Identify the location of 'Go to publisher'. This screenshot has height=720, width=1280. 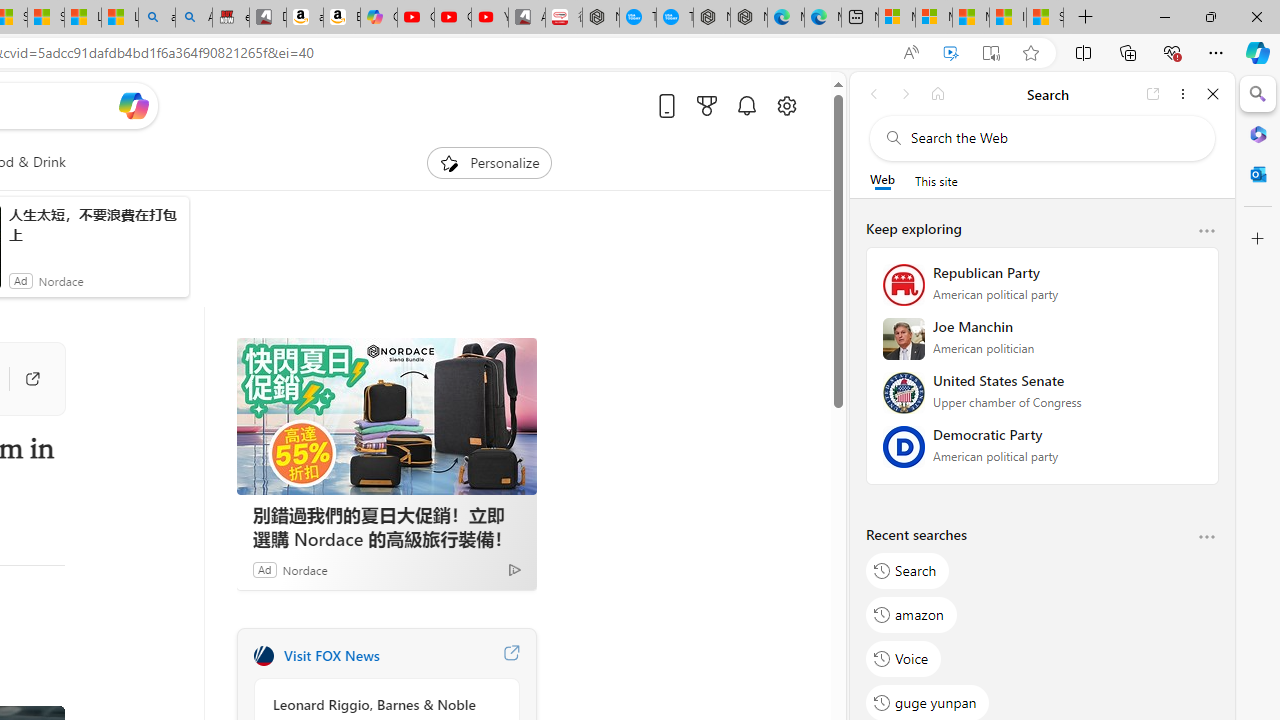
(22, 379).